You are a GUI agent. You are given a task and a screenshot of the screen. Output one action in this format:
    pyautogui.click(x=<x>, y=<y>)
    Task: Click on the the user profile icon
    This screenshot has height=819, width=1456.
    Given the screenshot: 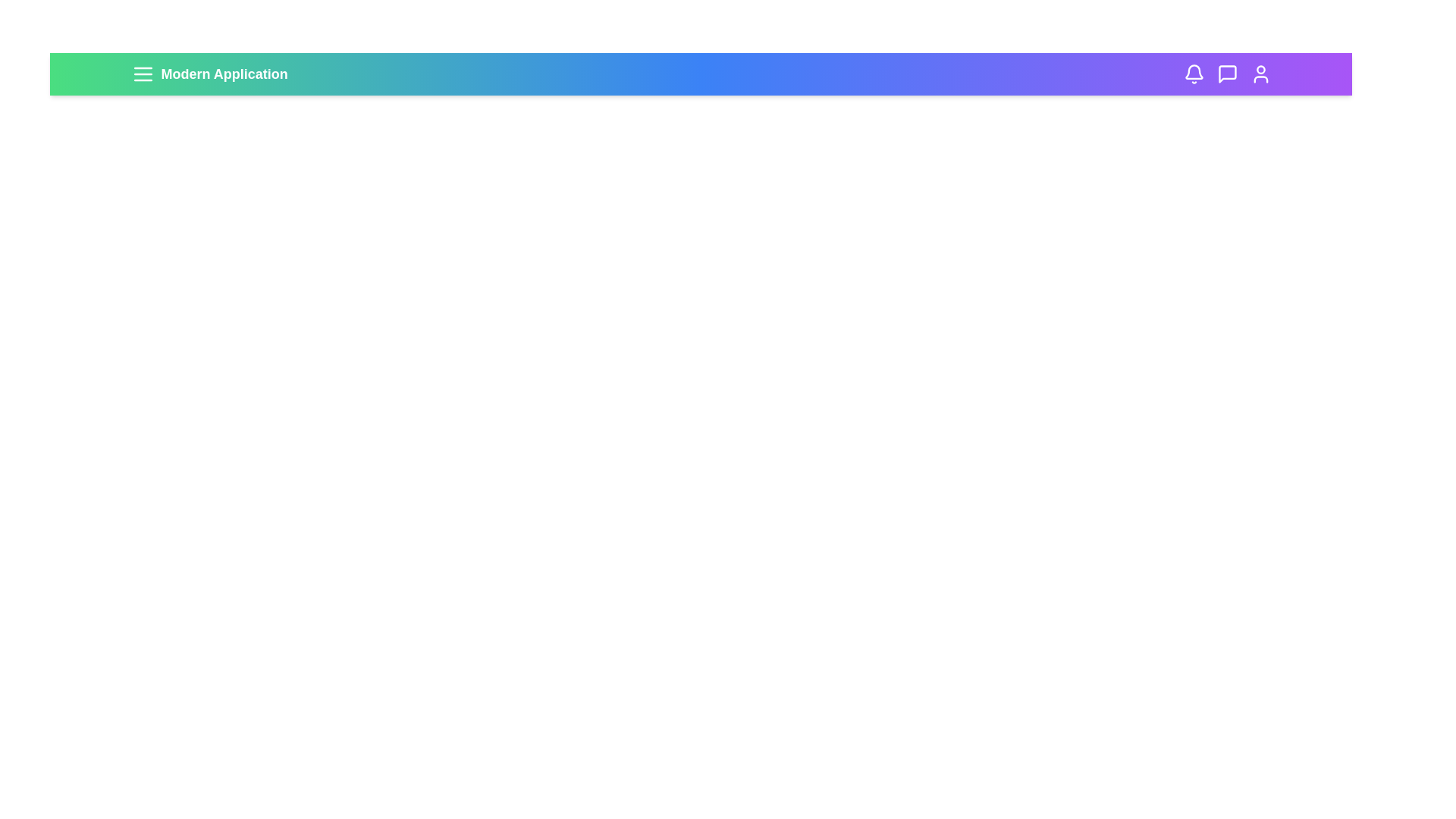 What is the action you would take?
    pyautogui.click(x=1260, y=74)
    